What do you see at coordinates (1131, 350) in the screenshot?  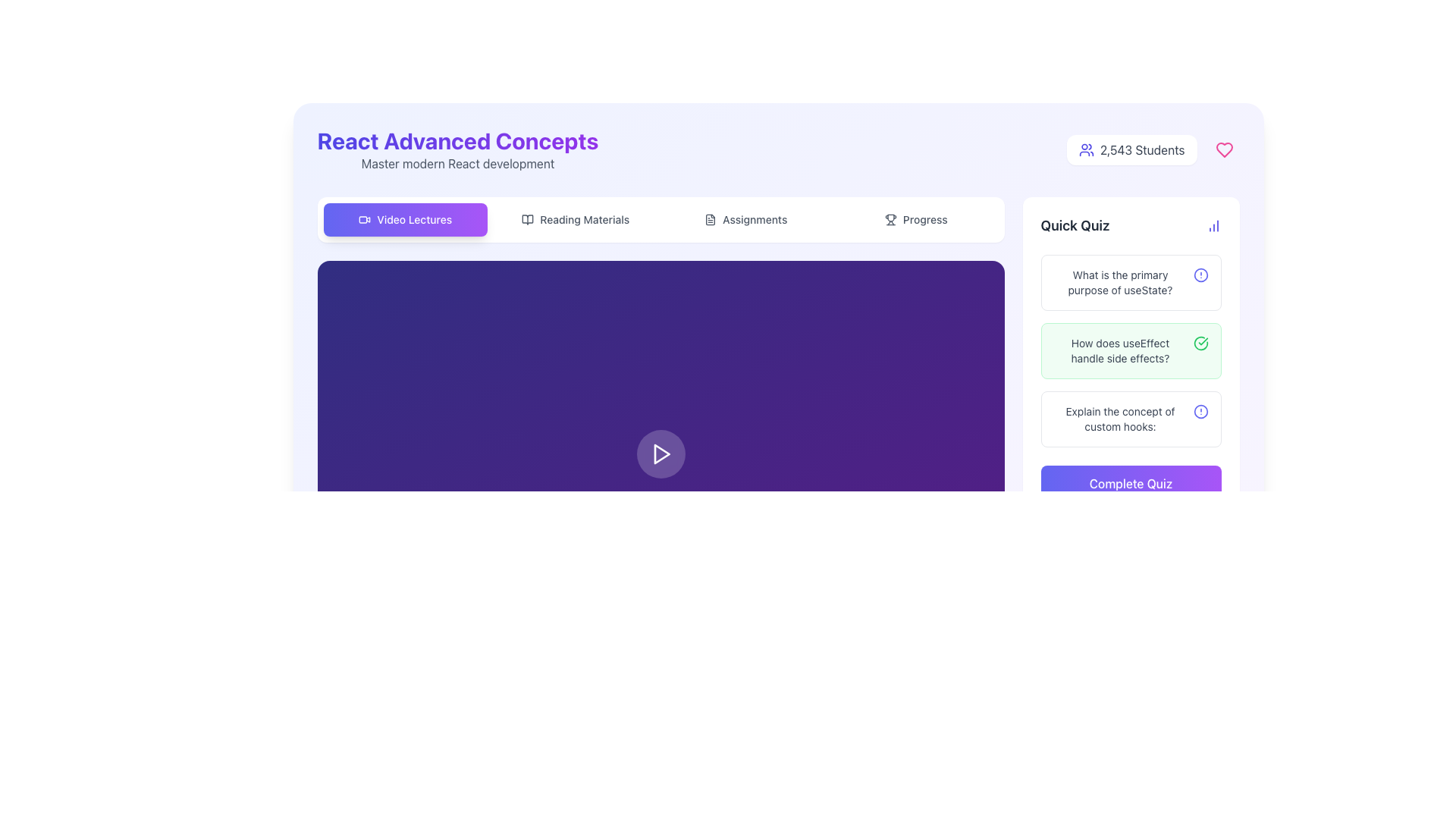 I see `the selectable text item that reads 'How does useEffect handle side effects?'` at bounding box center [1131, 350].